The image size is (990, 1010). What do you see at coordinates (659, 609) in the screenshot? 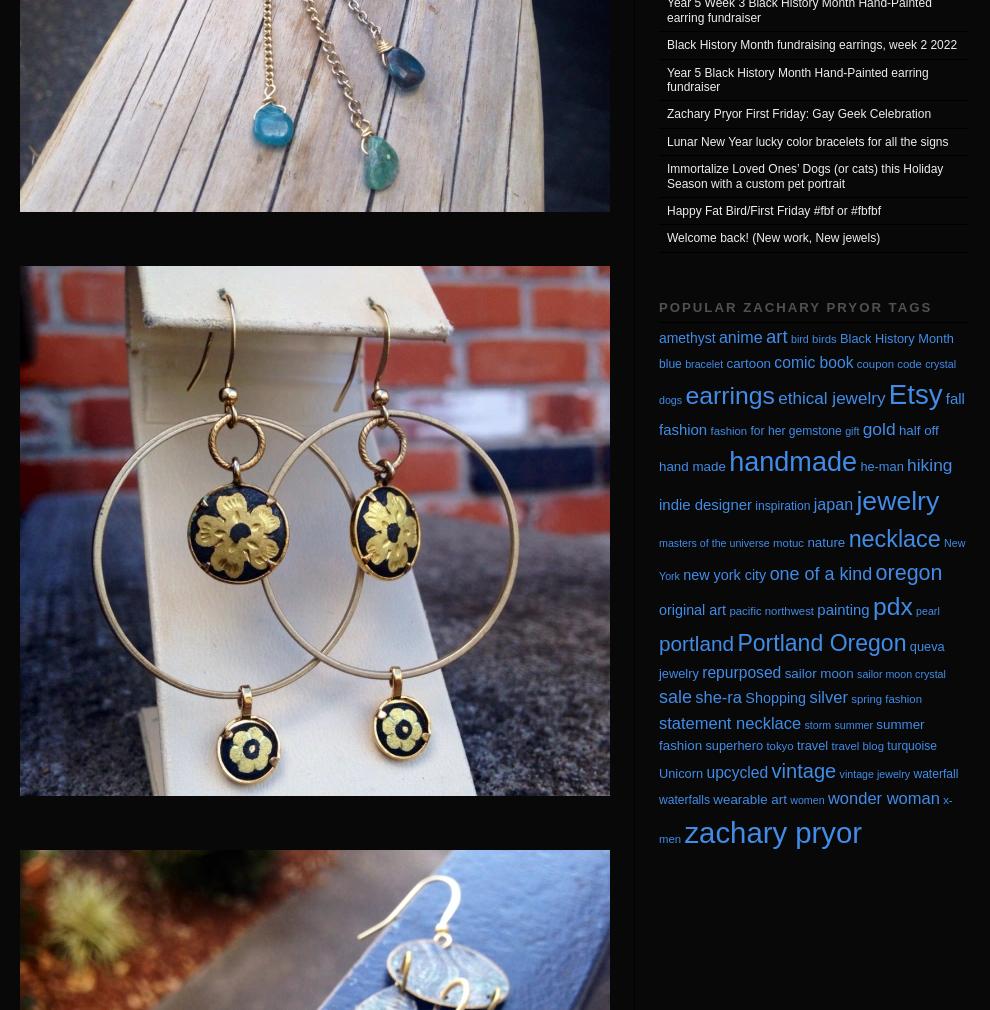
I see `'original art'` at bounding box center [659, 609].